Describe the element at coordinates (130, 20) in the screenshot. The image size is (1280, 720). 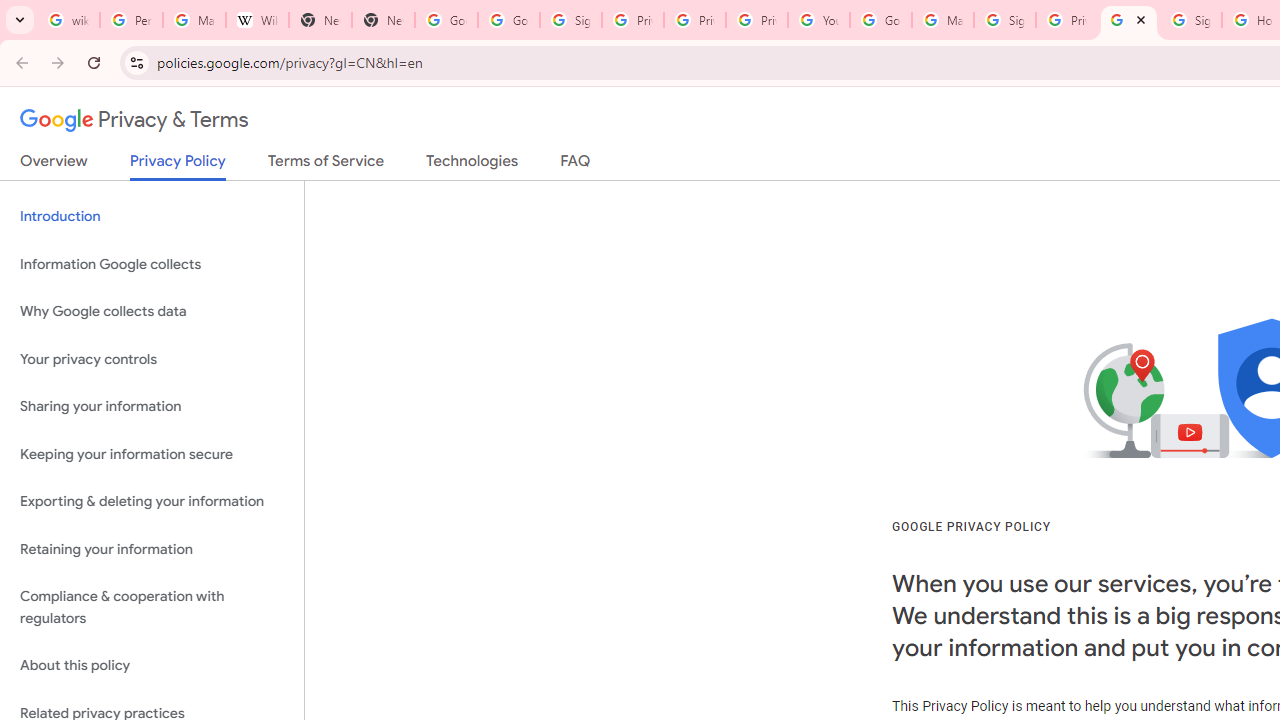
I see `'Personalization & Google Search results - Google Search Help'` at that location.